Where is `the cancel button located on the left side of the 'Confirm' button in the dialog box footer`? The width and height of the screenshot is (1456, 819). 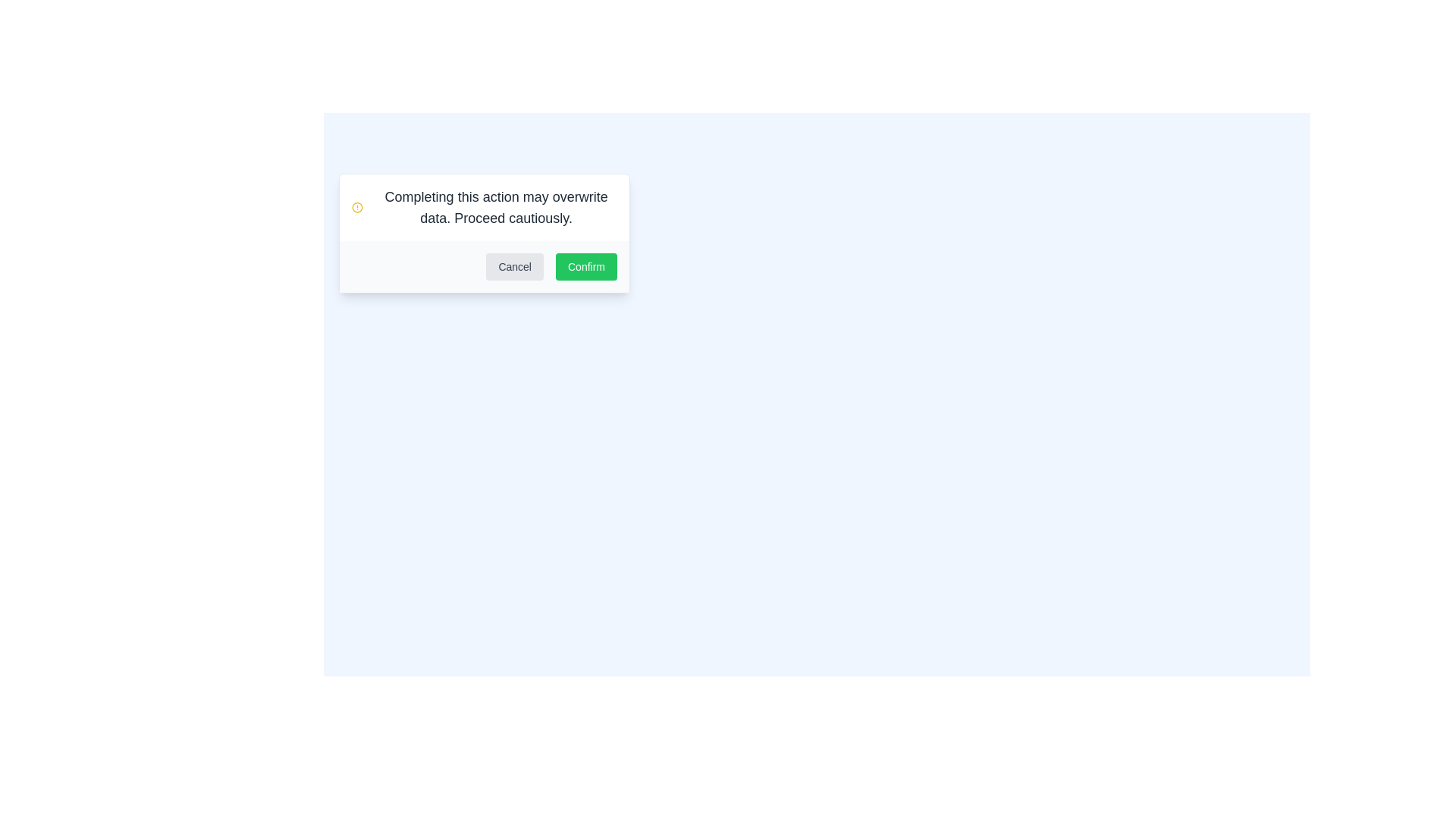
the cancel button located on the left side of the 'Confirm' button in the dialog box footer is located at coordinates (515, 265).